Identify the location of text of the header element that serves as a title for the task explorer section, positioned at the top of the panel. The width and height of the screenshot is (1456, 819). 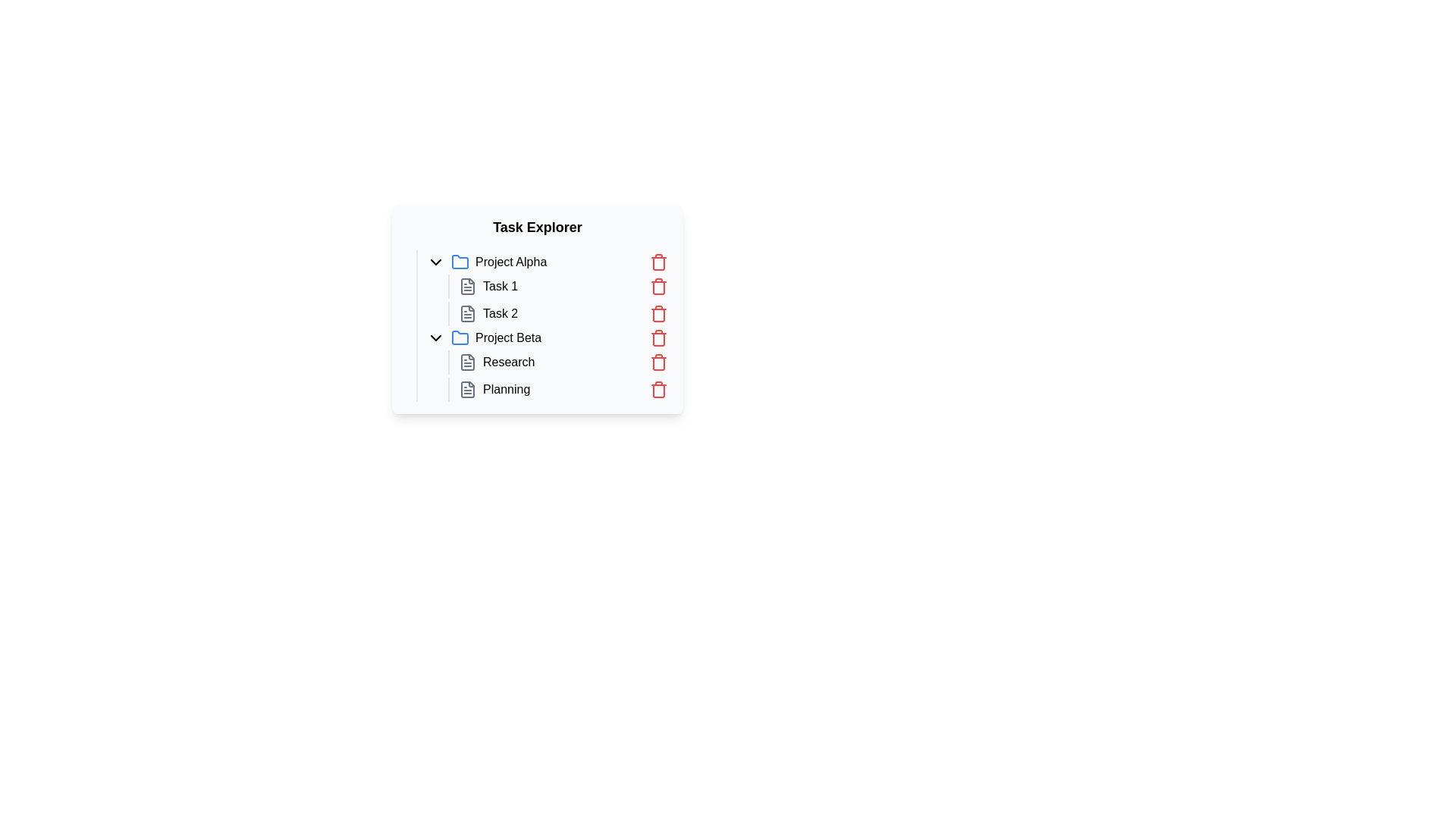
(538, 227).